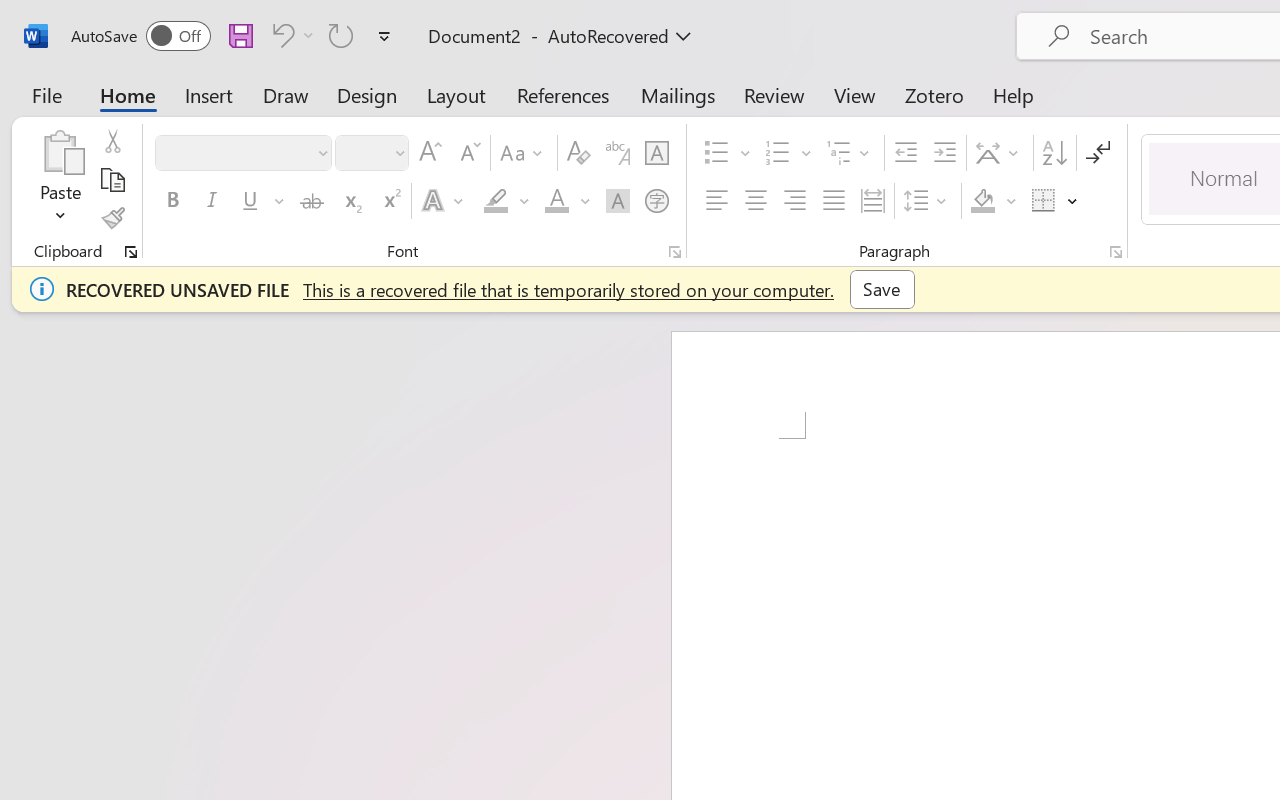 The image size is (1280, 800). What do you see at coordinates (350, 201) in the screenshot?
I see `'Subscript'` at bounding box center [350, 201].